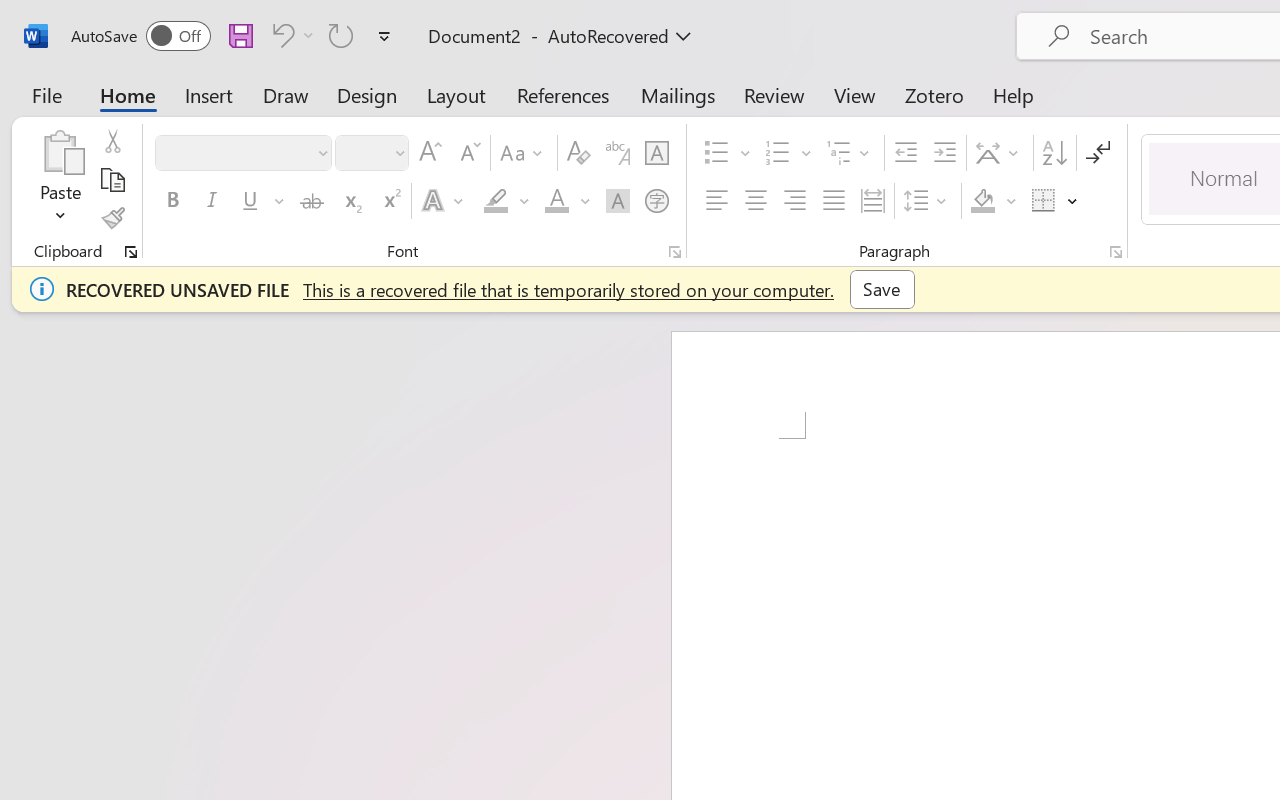 The image size is (1280, 800). What do you see at coordinates (350, 201) in the screenshot?
I see `'Subscript'` at bounding box center [350, 201].